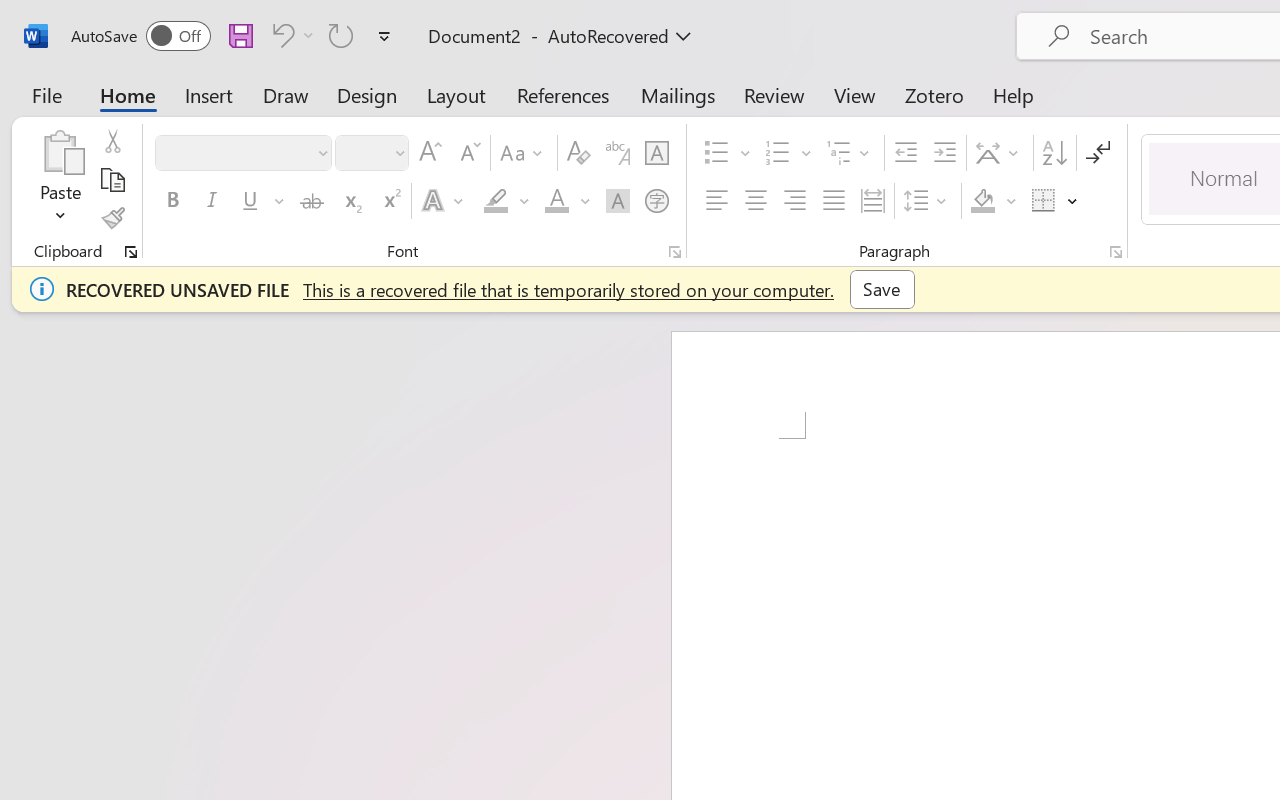 The image size is (1280, 800). What do you see at coordinates (350, 201) in the screenshot?
I see `'Subscript'` at bounding box center [350, 201].